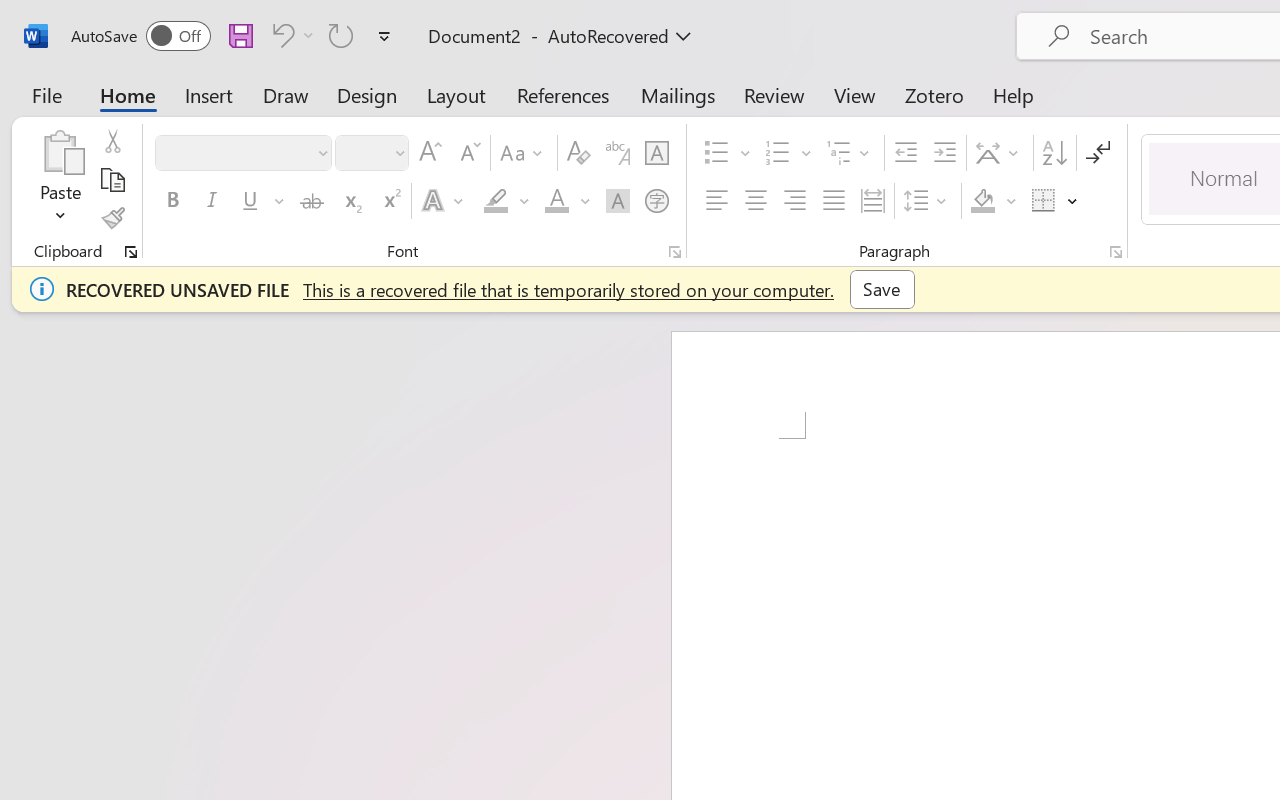 The image size is (1280, 800). What do you see at coordinates (350, 201) in the screenshot?
I see `'Subscript'` at bounding box center [350, 201].